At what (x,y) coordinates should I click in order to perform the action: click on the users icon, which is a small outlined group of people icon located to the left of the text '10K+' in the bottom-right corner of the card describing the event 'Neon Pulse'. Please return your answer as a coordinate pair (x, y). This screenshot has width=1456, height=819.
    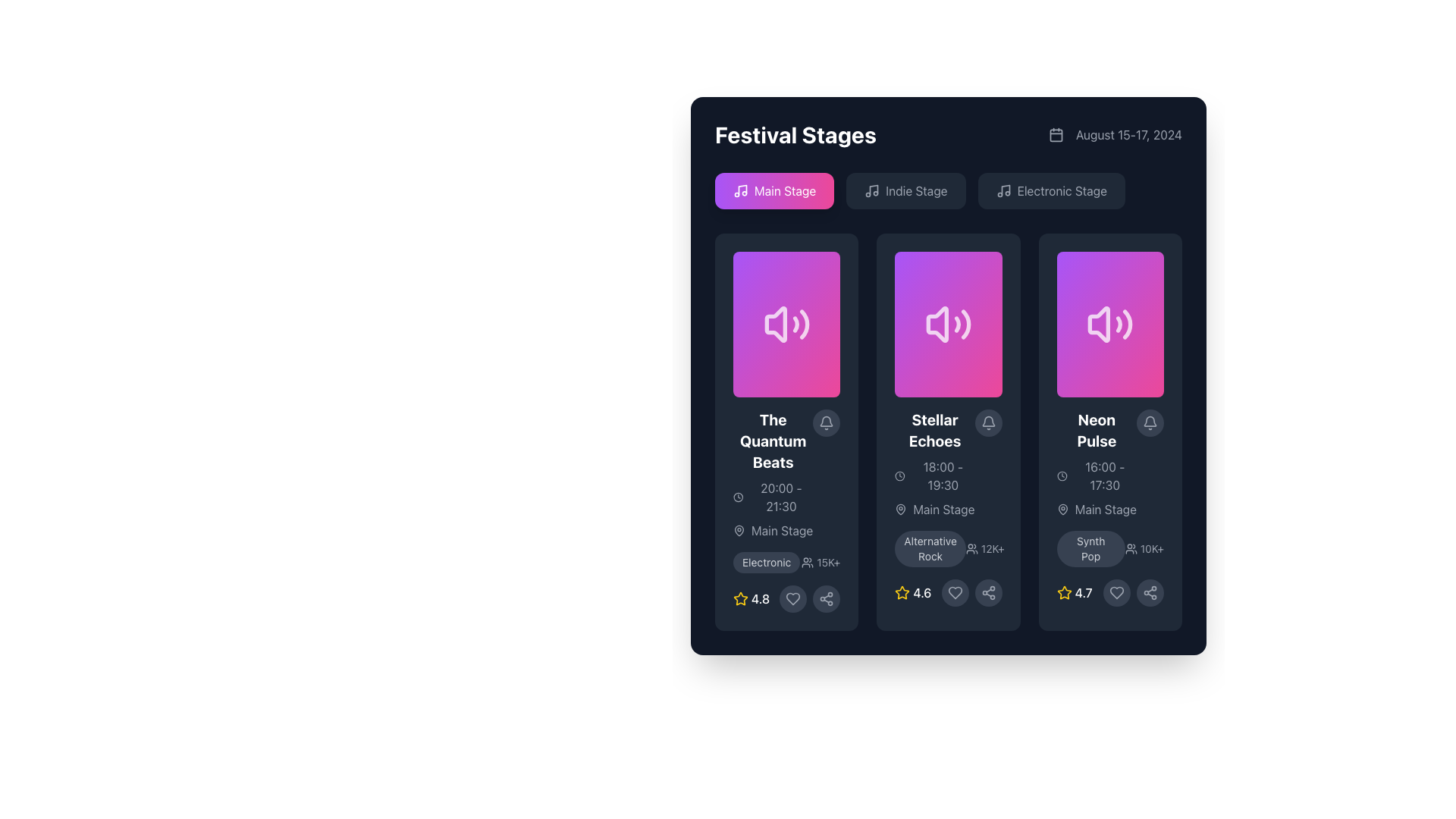
    Looking at the image, I should click on (1131, 549).